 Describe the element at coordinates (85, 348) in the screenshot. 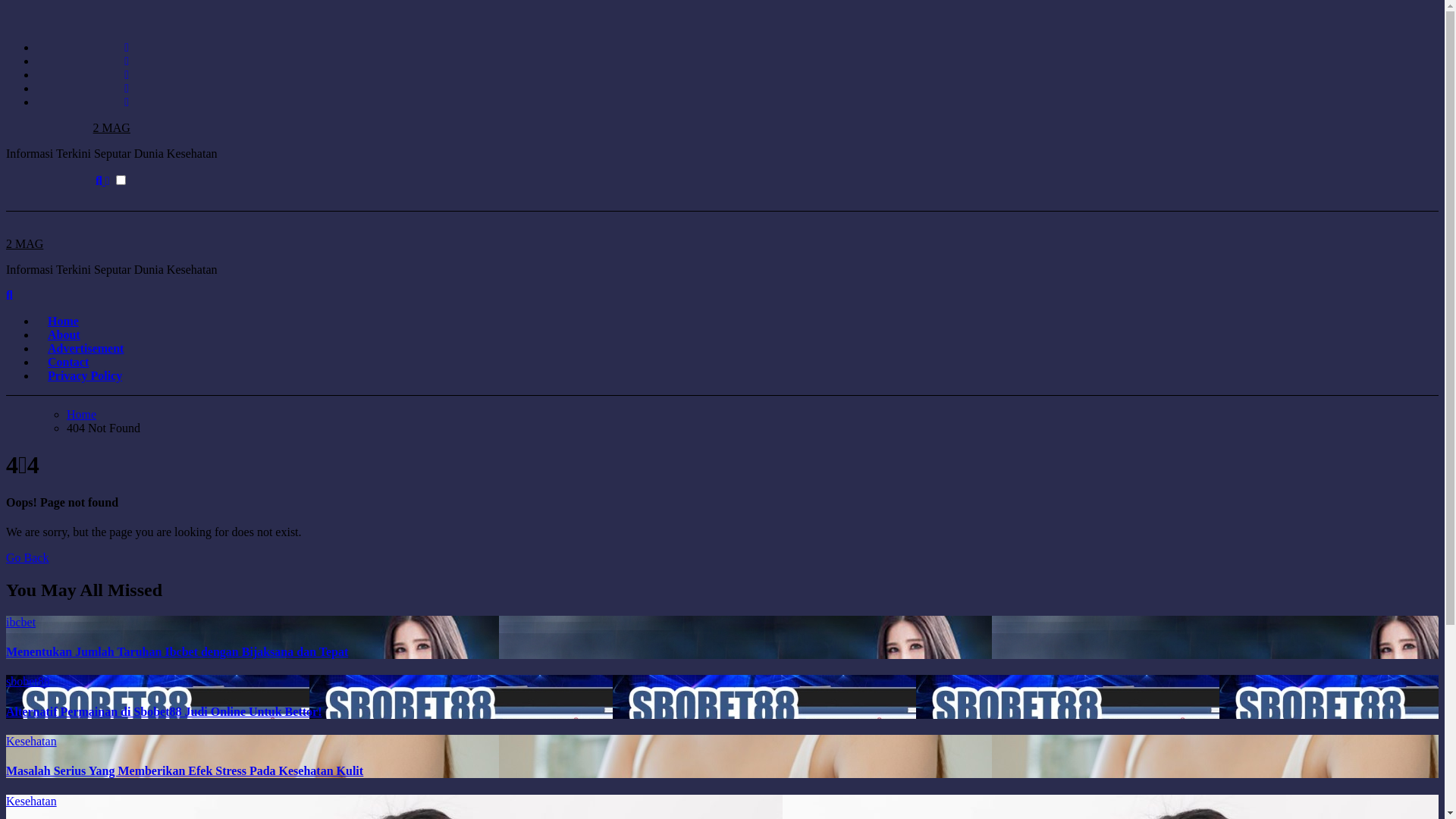

I see `'Advertisement'` at that location.